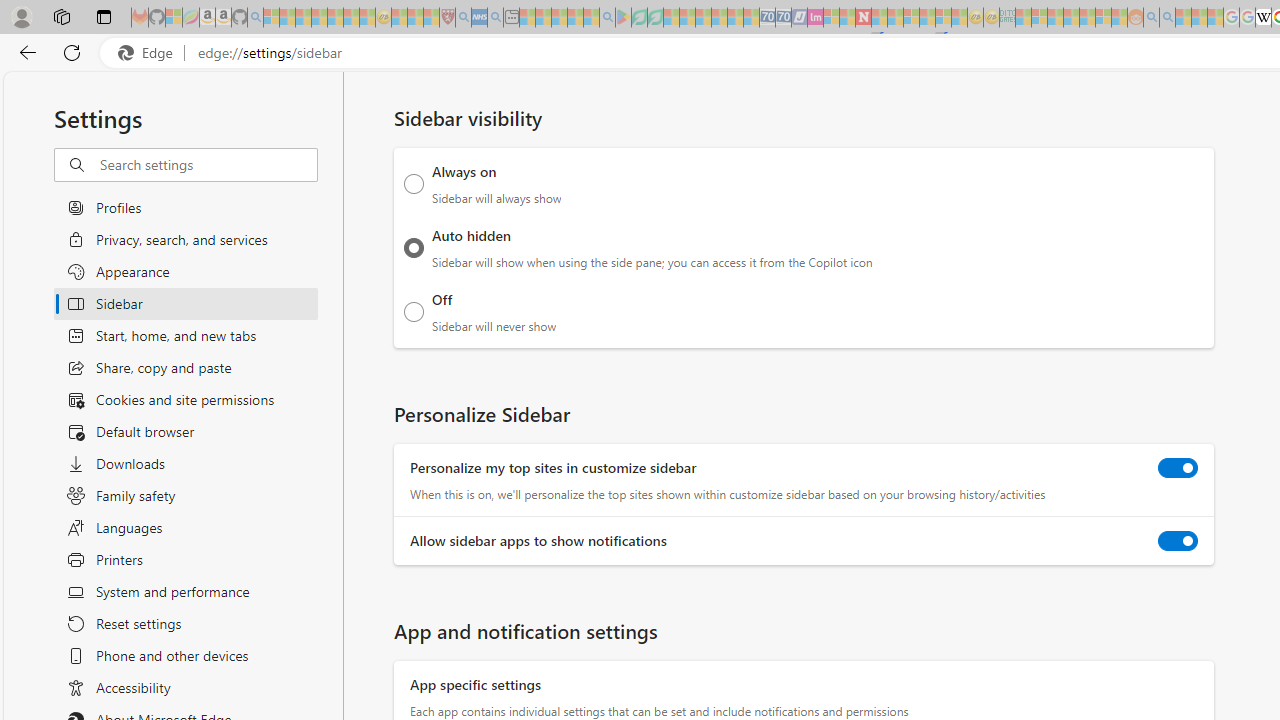  I want to click on 'utah sues federal government - Search - Sleeping', so click(495, 17).